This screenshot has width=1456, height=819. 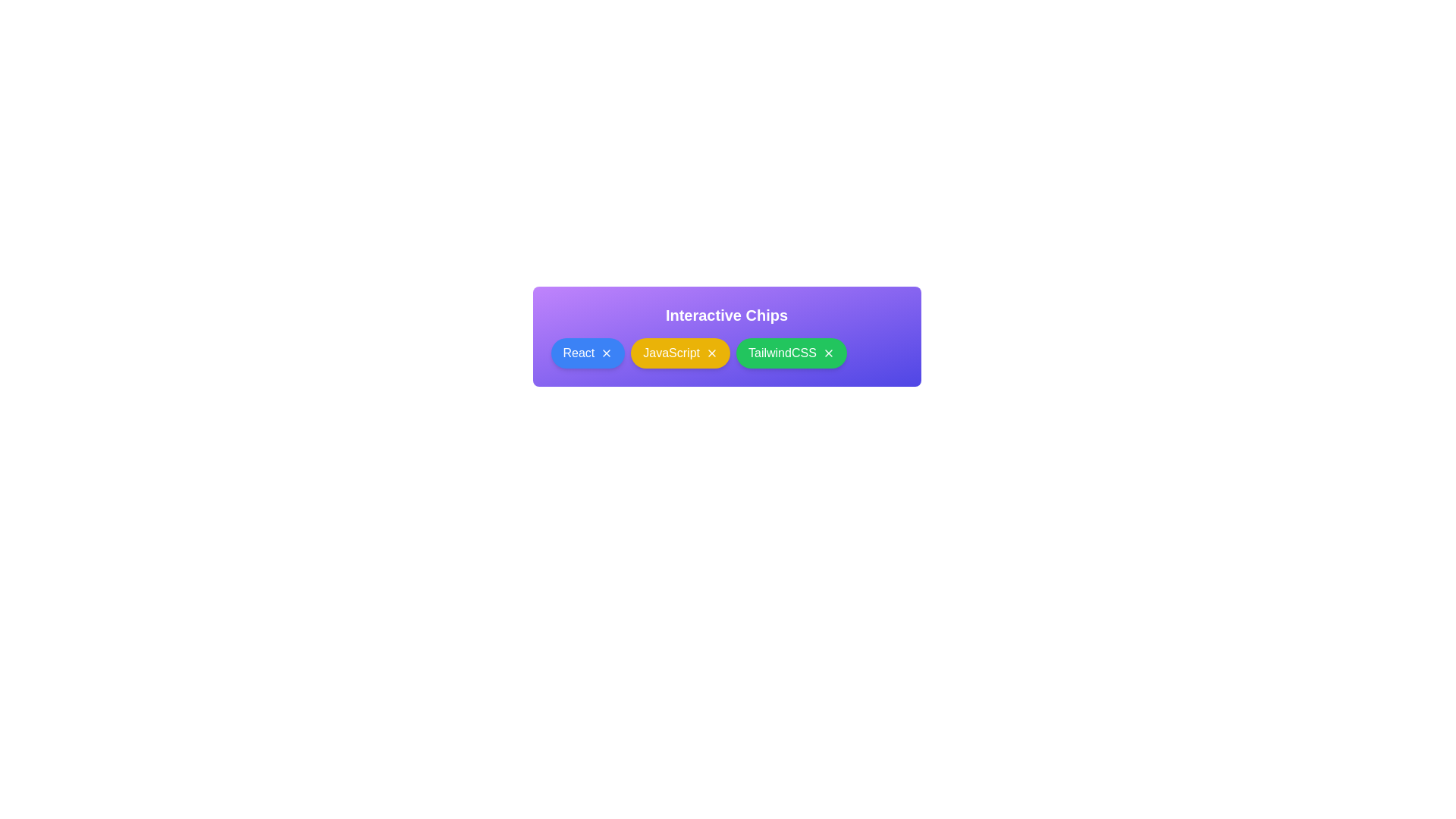 What do you see at coordinates (827, 353) in the screenshot?
I see `close button on the chip labeled TailwindCSS` at bounding box center [827, 353].